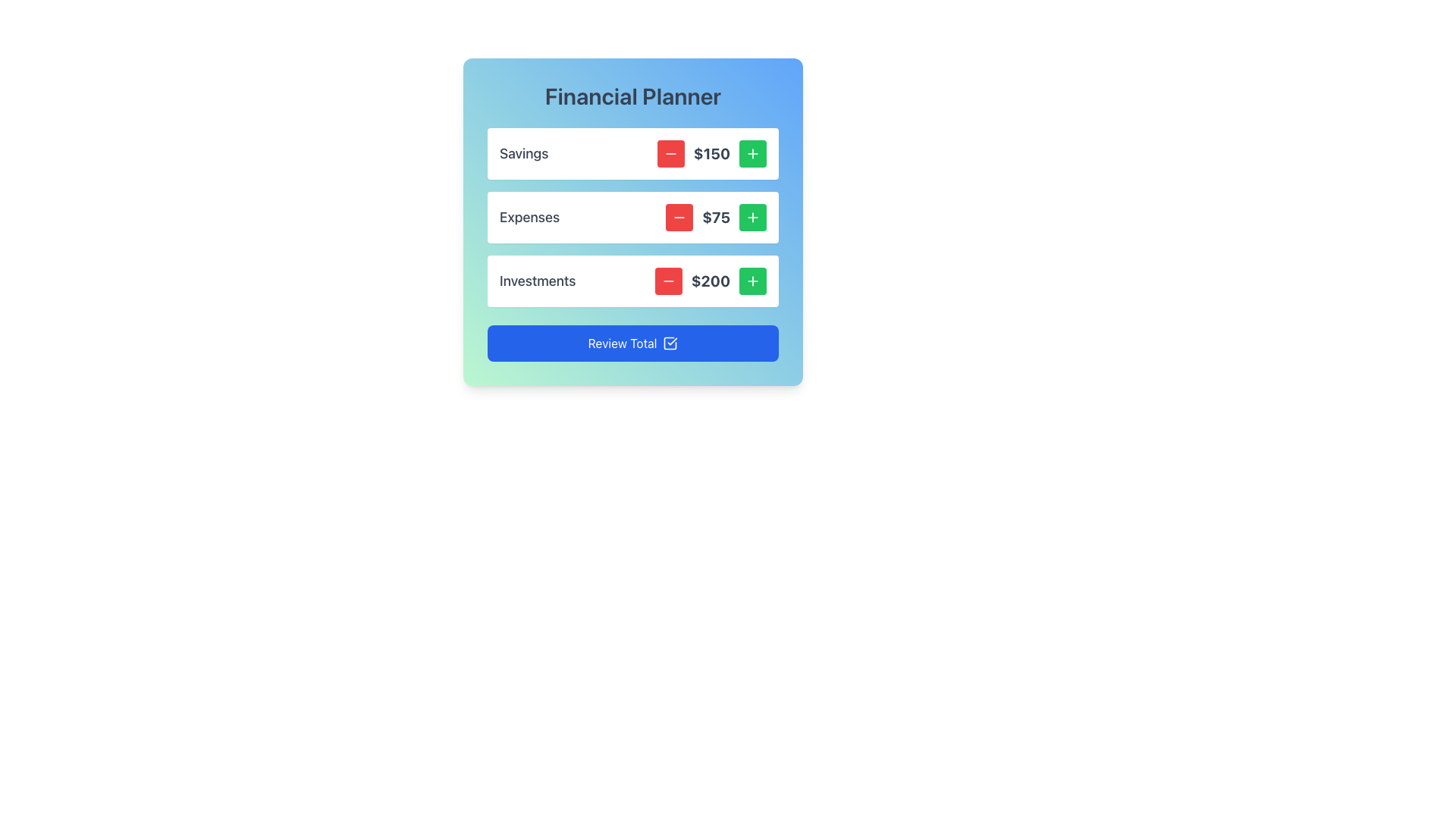 This screenshot has height=819, width=1456. Describe the element at coordinates (670, 154) in the screenshot. I see `the decrement button located to the left of the '$150' savings value to reduce the corresponding amount` at that location.